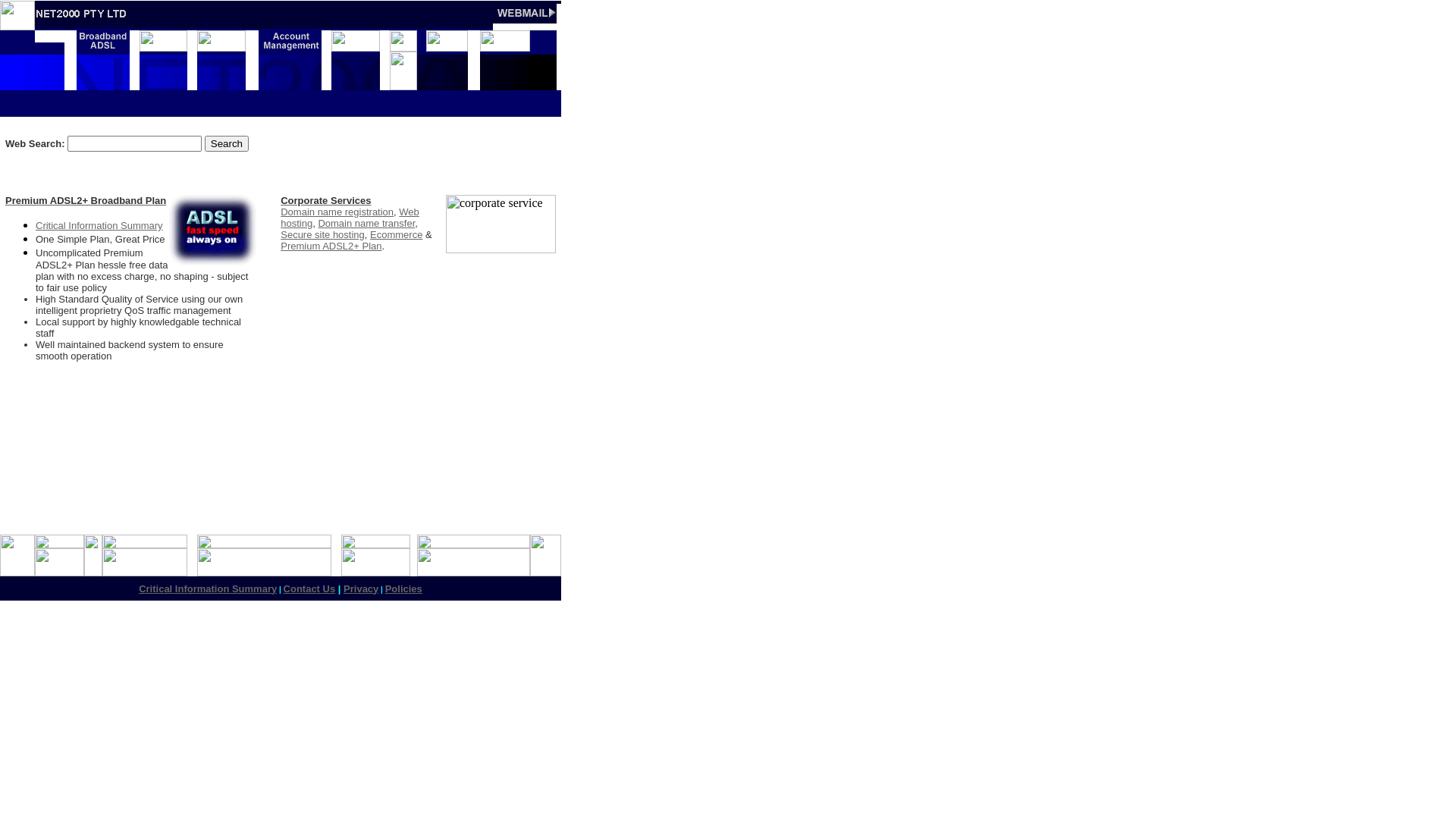 This screenshot has width=1456, height=819. I want to click on 'Policies', so click(403, 587).